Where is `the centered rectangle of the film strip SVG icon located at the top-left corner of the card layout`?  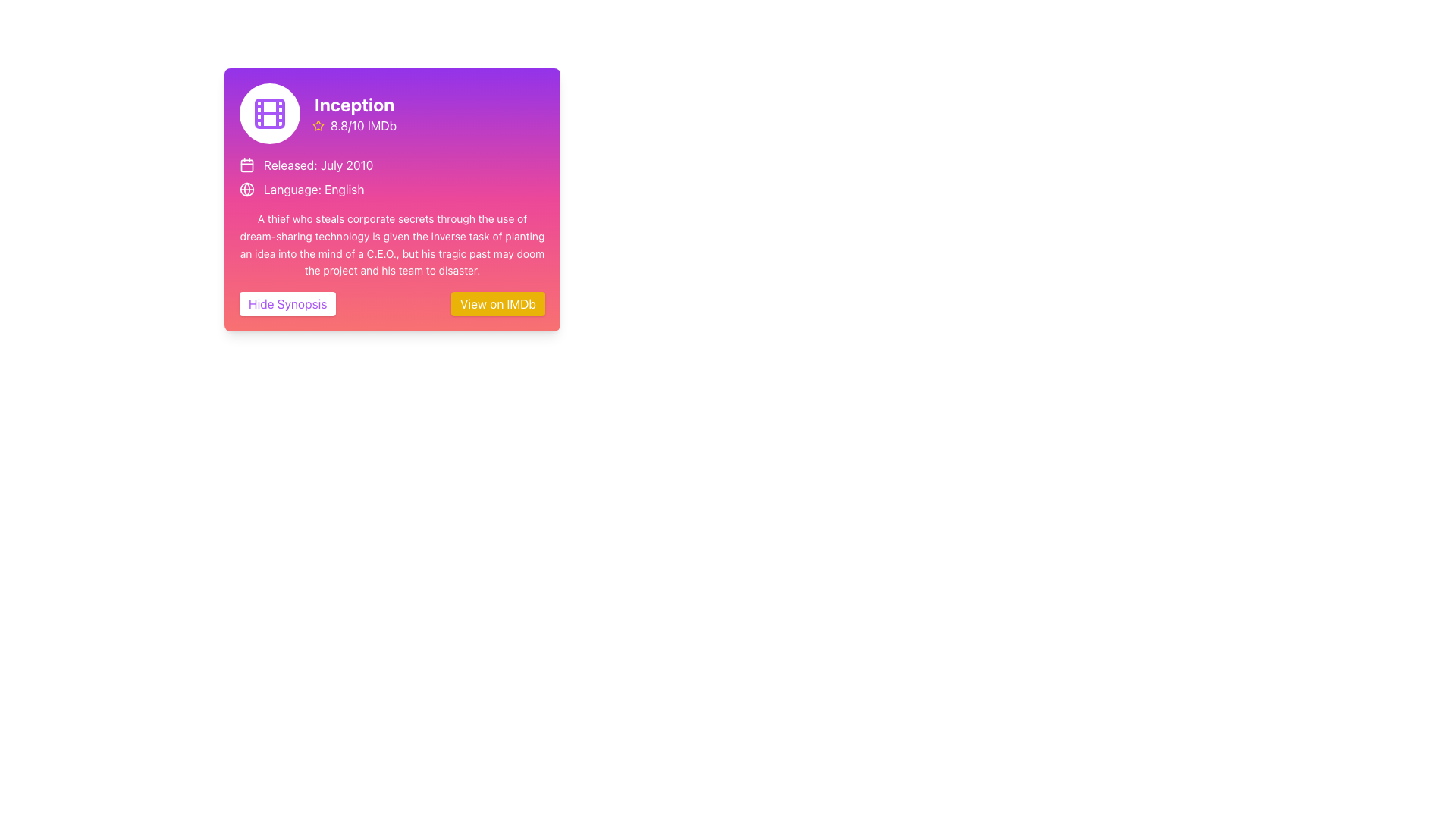 the centered rectangle of the film strip SVG icon located at the top-left corner of the card layout is located at coordinates (269, 113).